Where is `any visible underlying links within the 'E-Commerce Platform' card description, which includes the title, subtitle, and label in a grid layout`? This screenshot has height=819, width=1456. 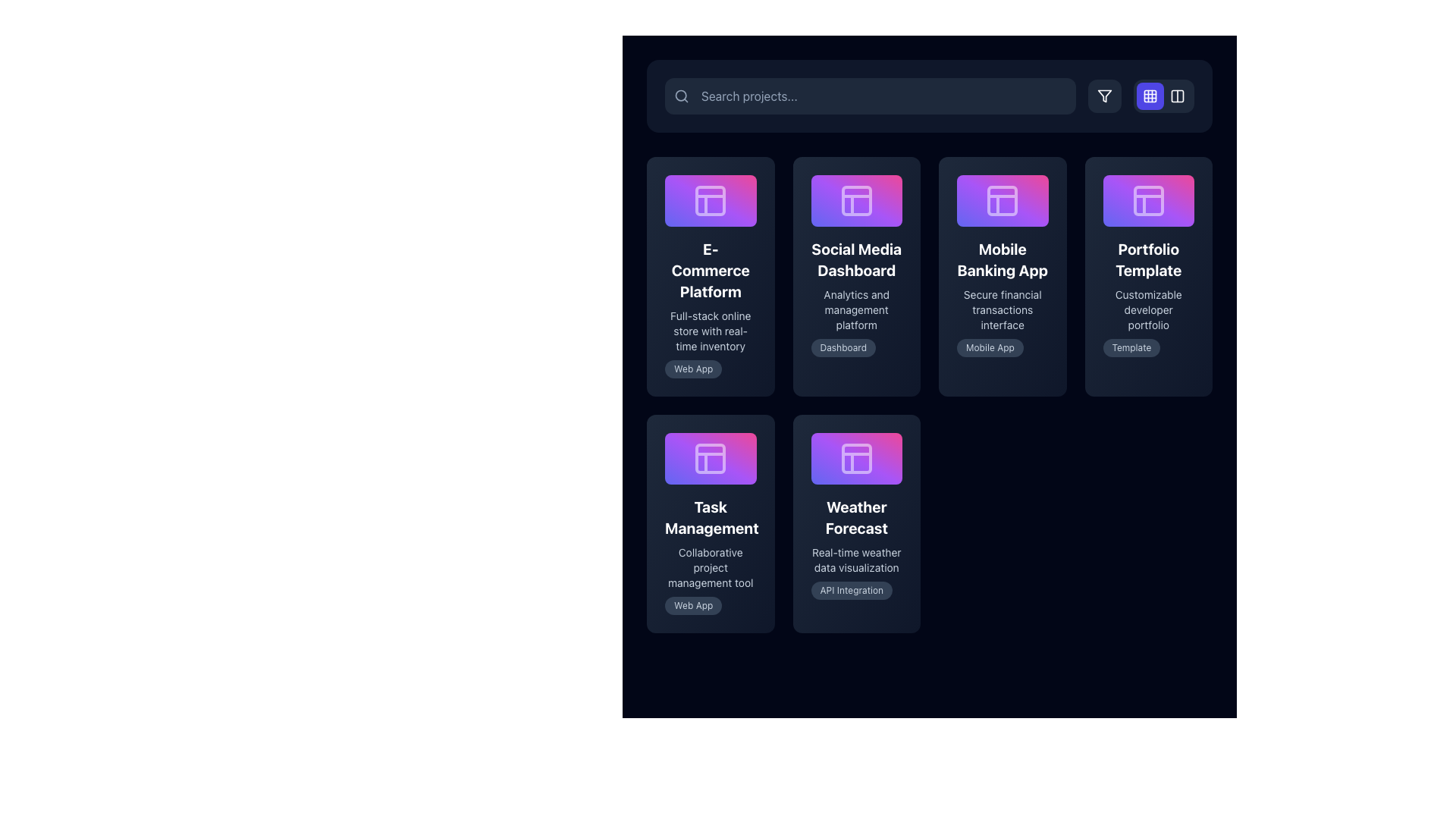
any visible underlying links within the 'E-Commerce Platform' card description, which includes the title, subtitle, and label in a grid layout is located at coordinates (710, 307).